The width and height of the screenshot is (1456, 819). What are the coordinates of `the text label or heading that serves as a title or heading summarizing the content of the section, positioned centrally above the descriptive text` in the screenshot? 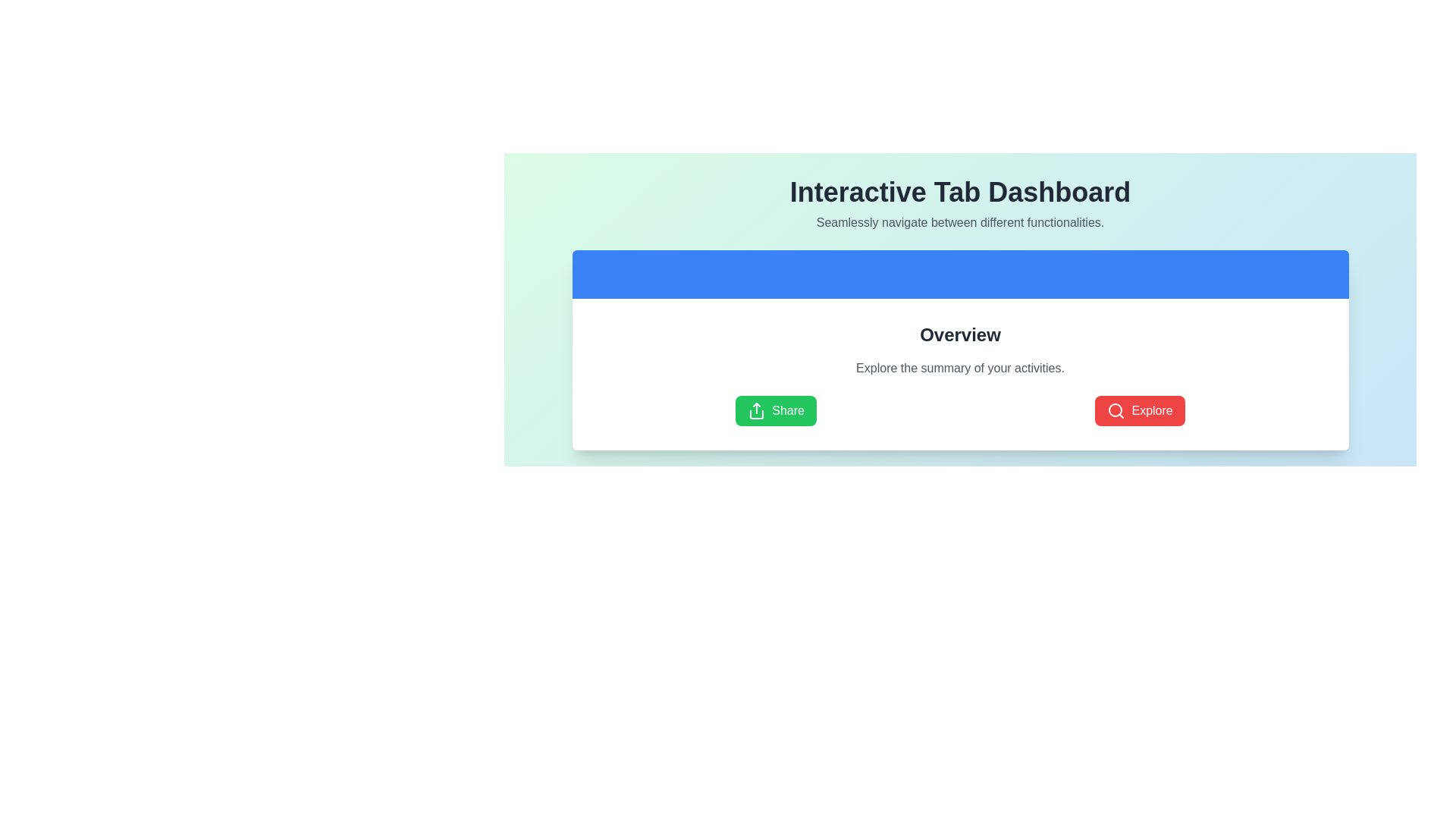 It's located at (959, 334).